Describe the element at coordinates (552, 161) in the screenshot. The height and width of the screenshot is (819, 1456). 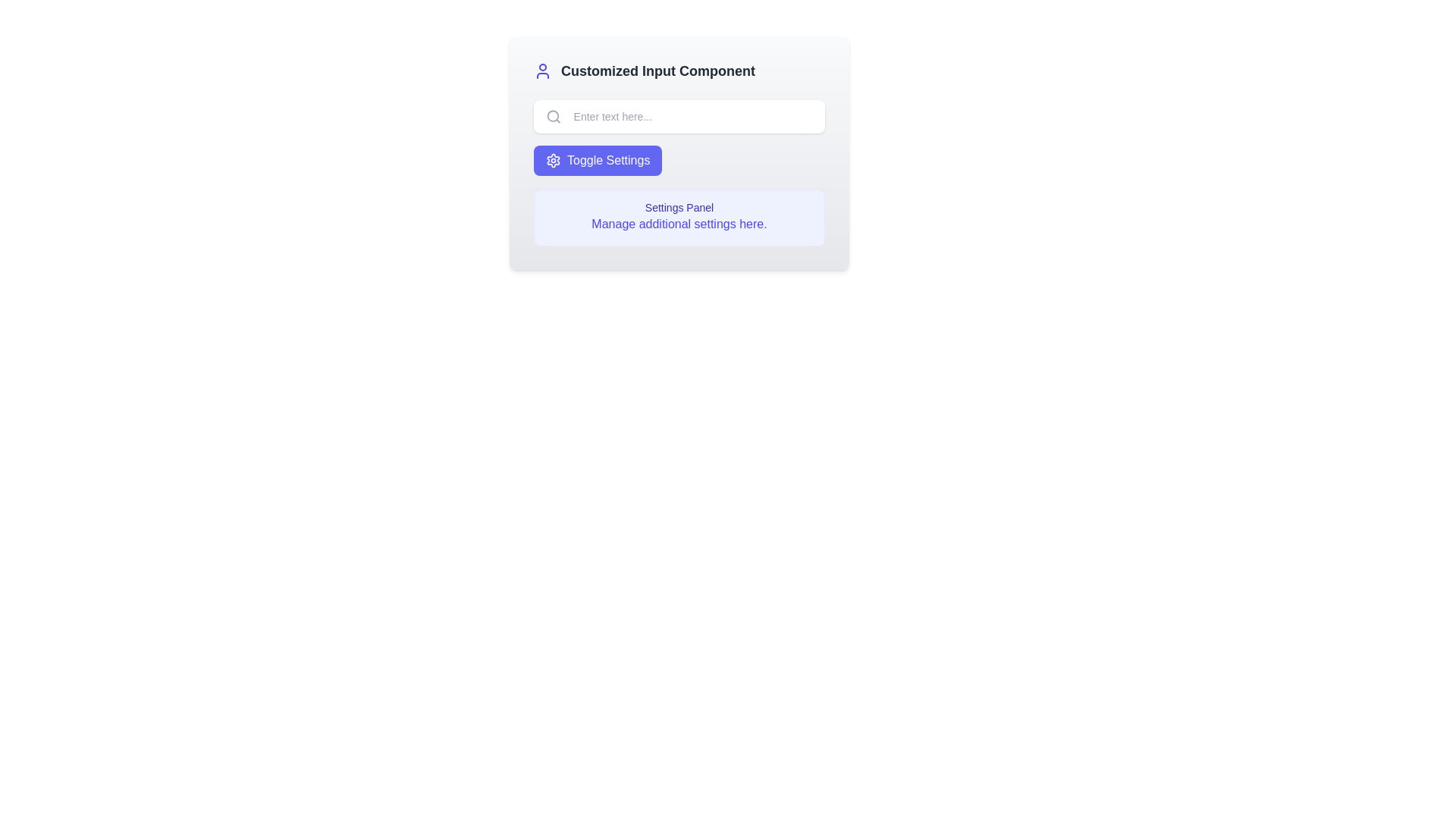
I see `the gear icon within the 'Toggle Settings' button, which features a purple fill and white outline, located towards the left side of the button` at that location.